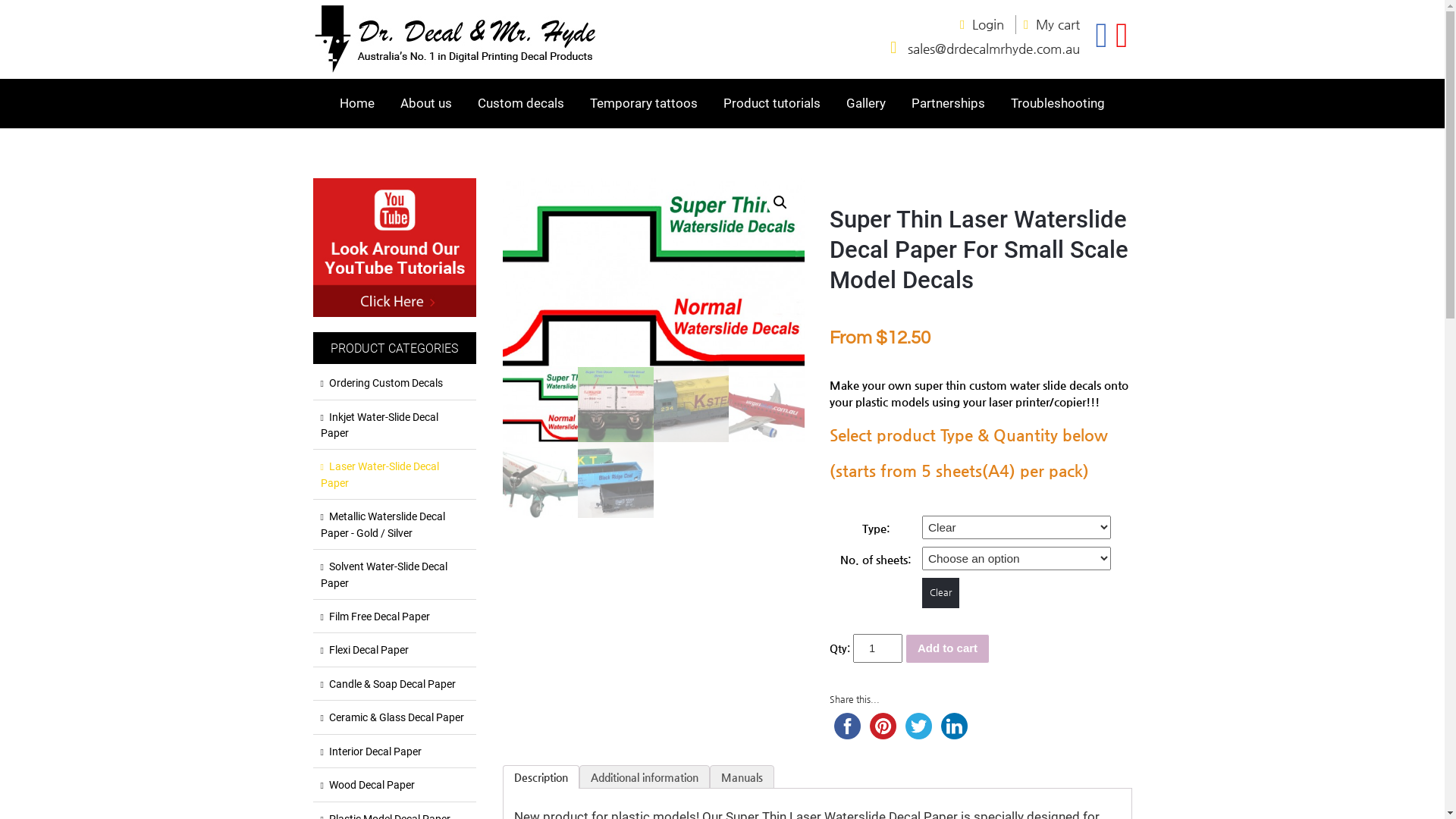 The width and height of the screenshot is (1456, 819). What do you see at coordinates (520, 102) in the screenshot?
I see `'Custom decals'` at bounding box center [520, 102].